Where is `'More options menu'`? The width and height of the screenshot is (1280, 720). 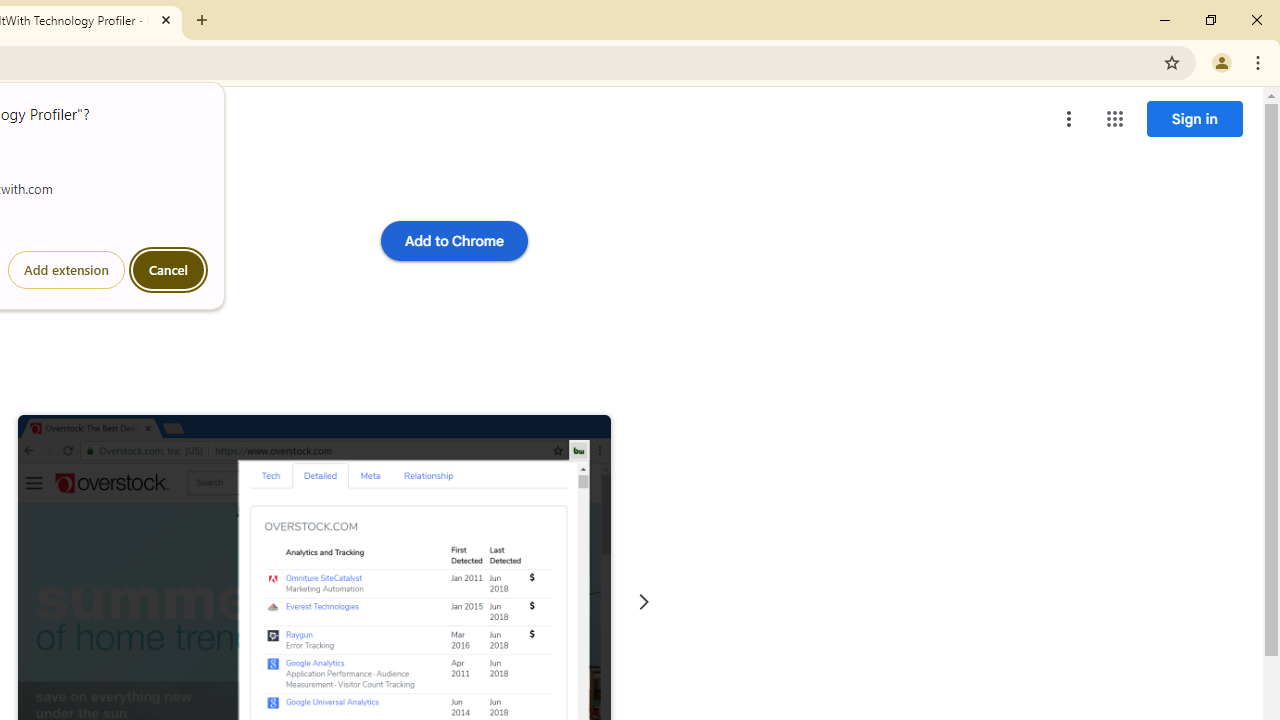 'More options menu' is located at coordinates (1068, 119).